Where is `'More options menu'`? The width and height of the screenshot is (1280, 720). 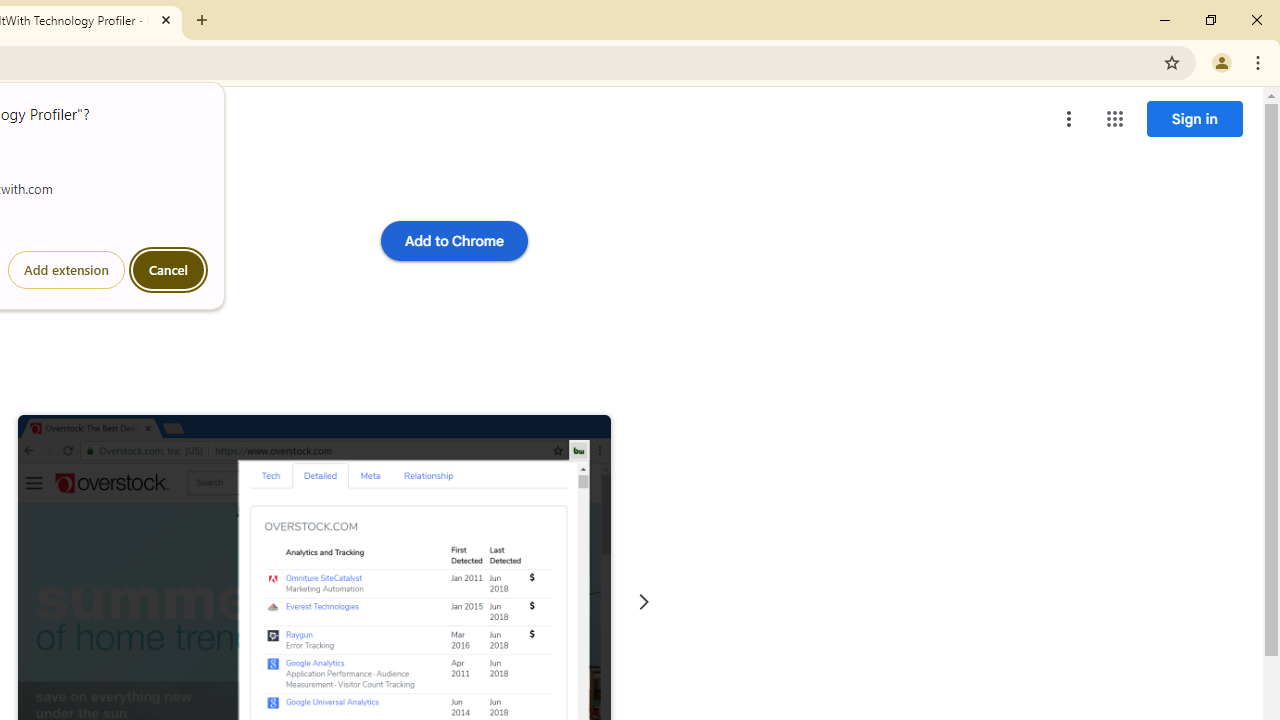 'More options menu' is located at coordinates (1068, 119).